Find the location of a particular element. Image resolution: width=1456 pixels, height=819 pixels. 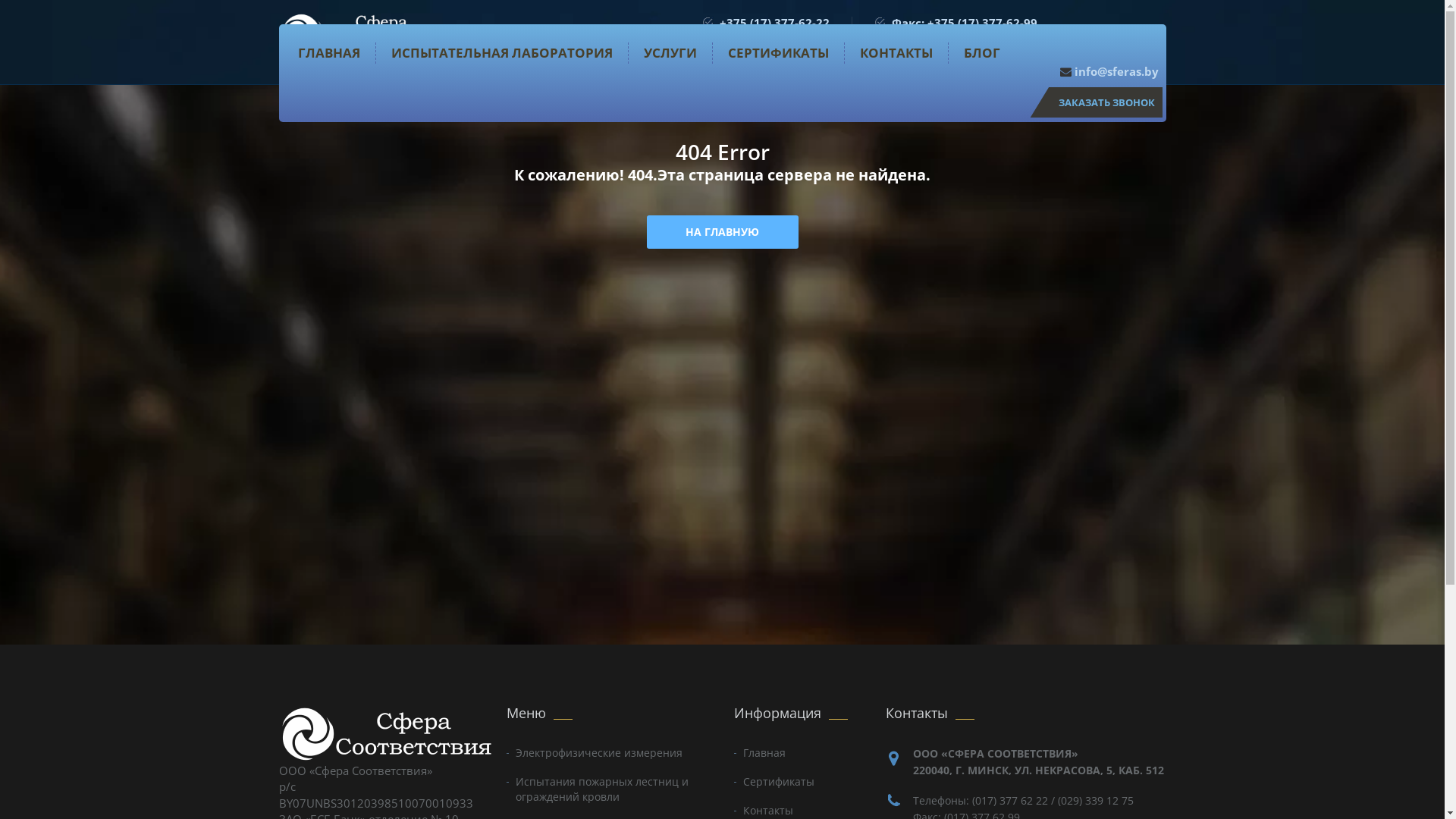

'(017) 377 62 22' is located at coordinates (1010, 799).